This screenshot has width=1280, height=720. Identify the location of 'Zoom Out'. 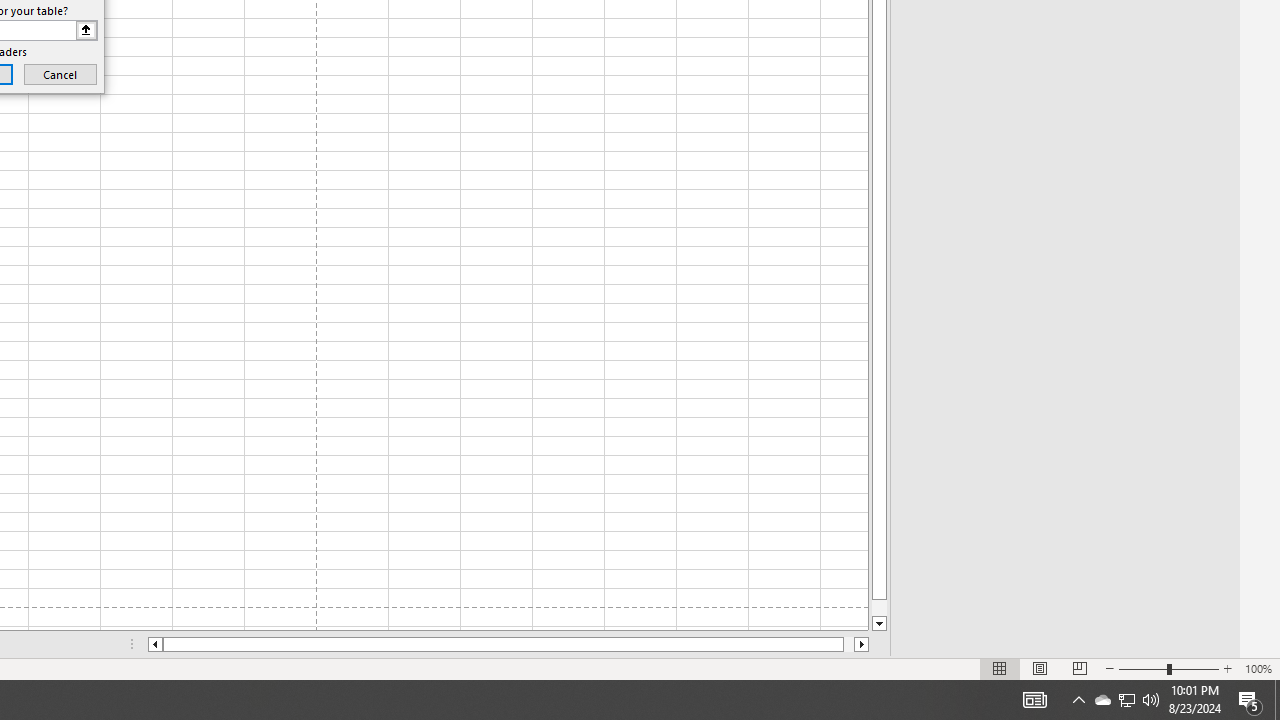
(1143, 669).